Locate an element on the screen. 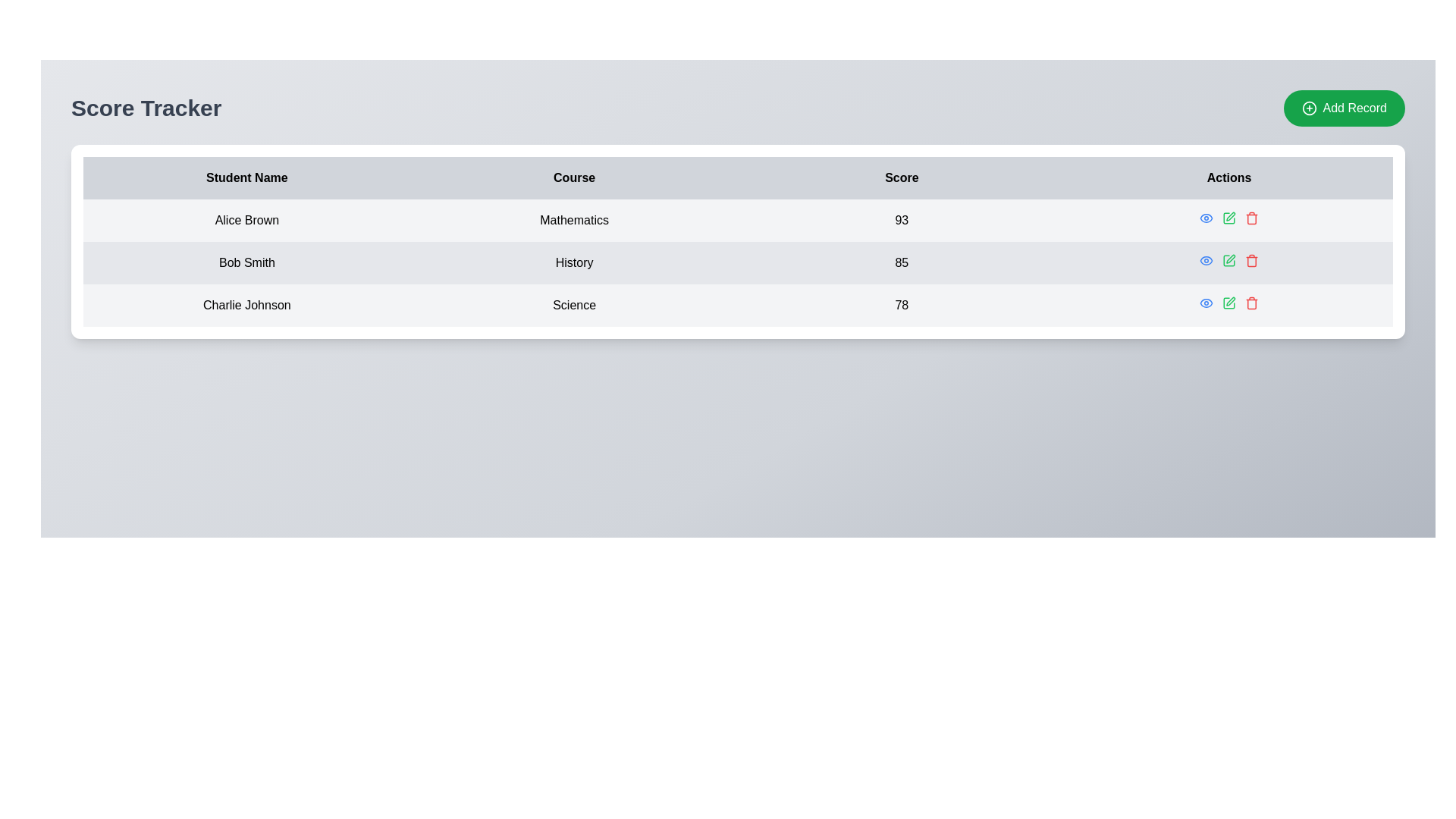 The width and height of the screenshot is (1456, 819). the 'Actions' text label, which is the rightmost header in the data table and is displayed in bold black font on a light gray background is located at coordinates (1229, 177).